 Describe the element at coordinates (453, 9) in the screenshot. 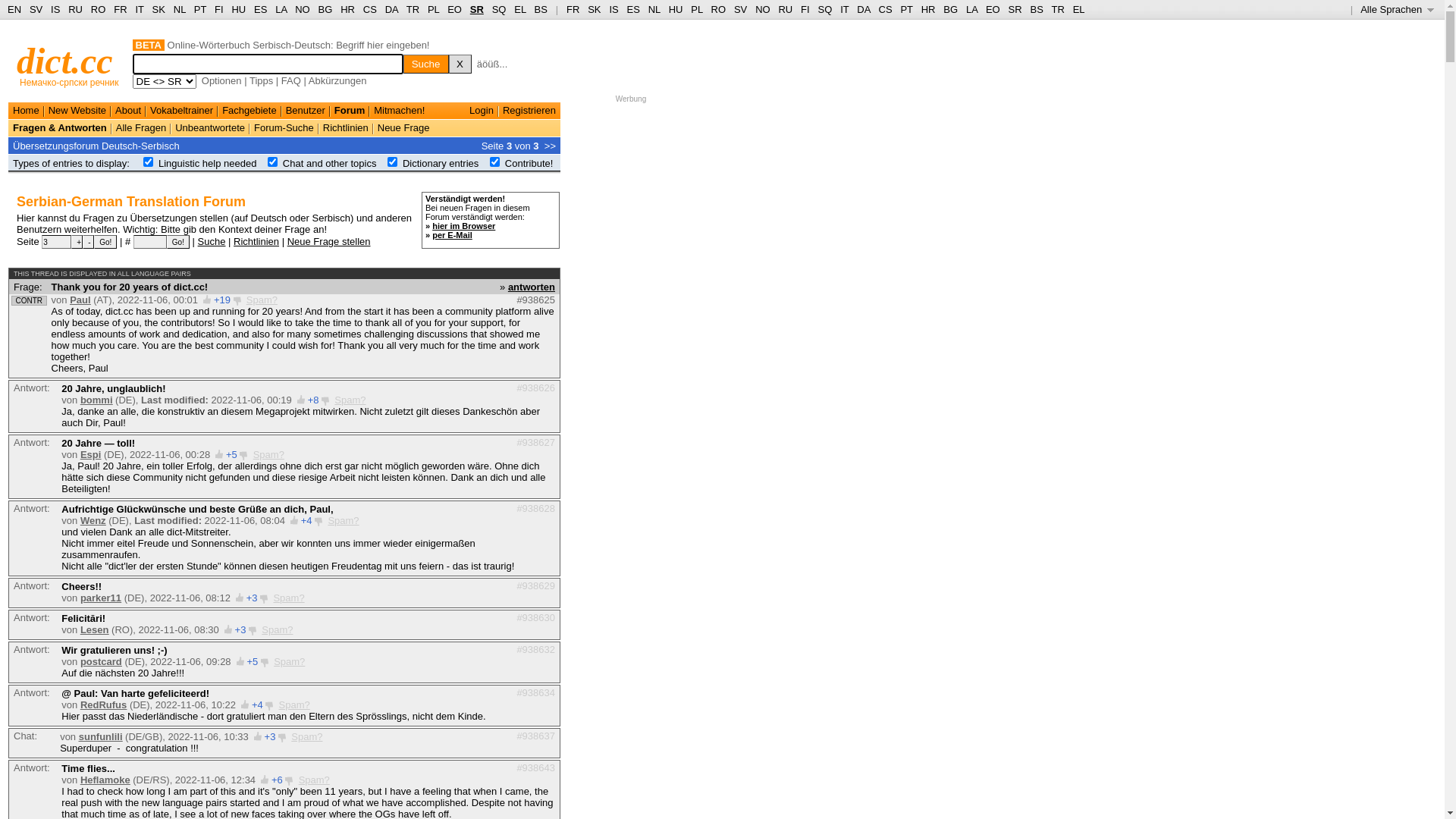

I see `'EO'` at that location.